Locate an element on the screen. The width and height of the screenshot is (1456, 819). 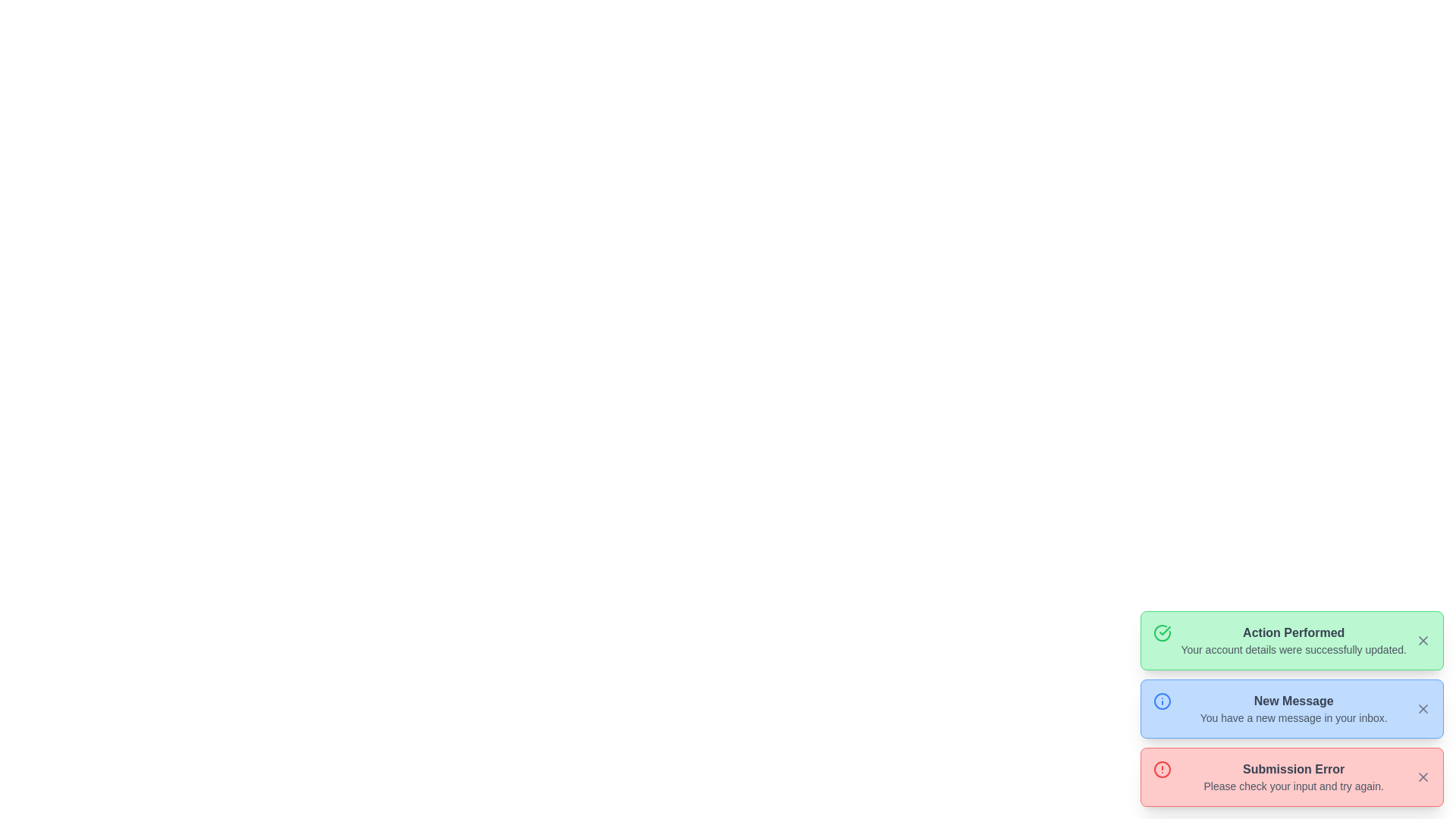
error message from the notification box titled 'Submission Error', which is located in the bottom-right corner of the viewport is located at coordinates (1291, 777).